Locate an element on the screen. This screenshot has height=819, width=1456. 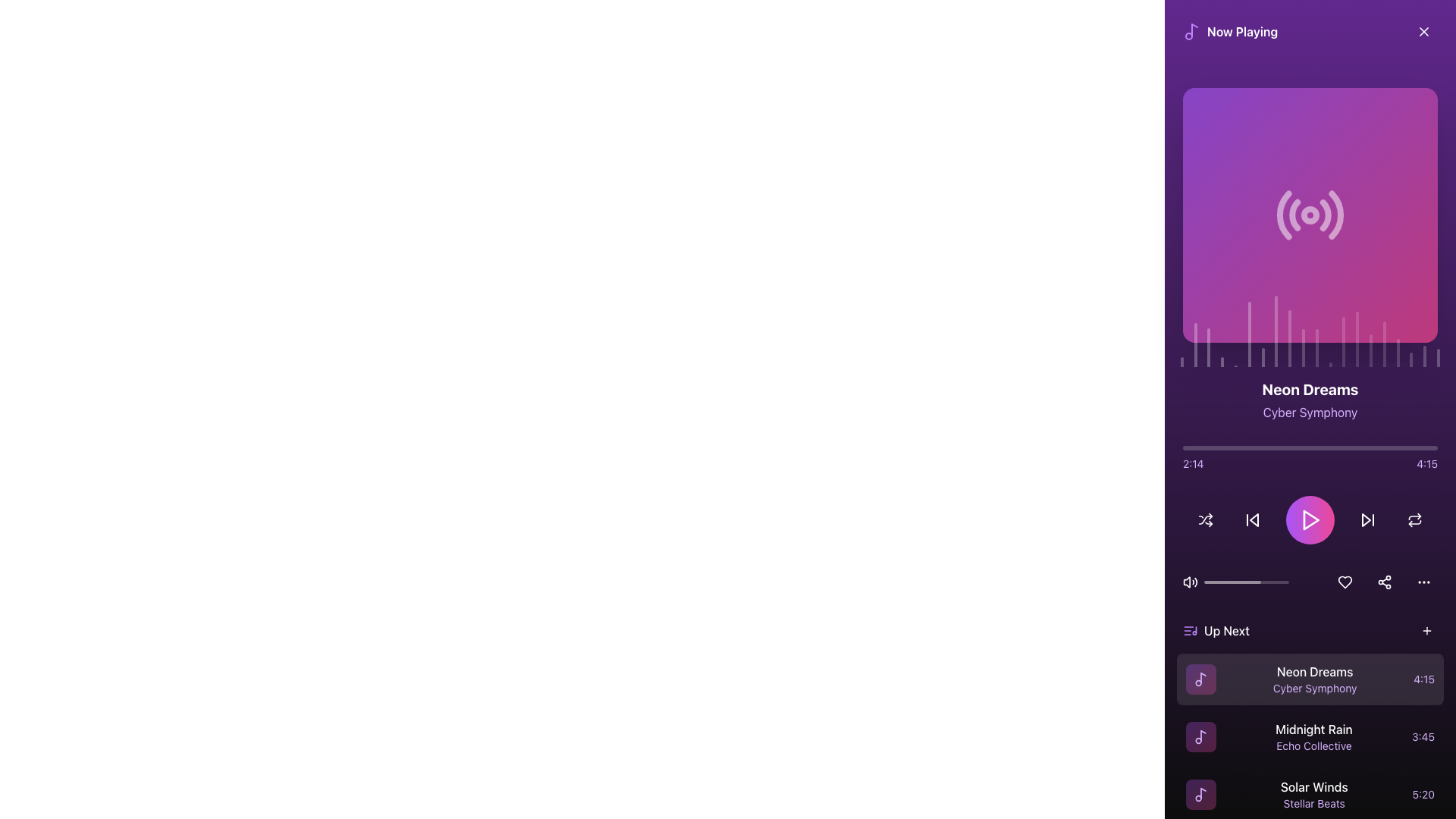
the 'Now Playing' label, which is a bold text label with white color on a purple background, positioned near the upper-left corner of the media panel and aligned with a musical note icon is located at coordinates (1242, 32).